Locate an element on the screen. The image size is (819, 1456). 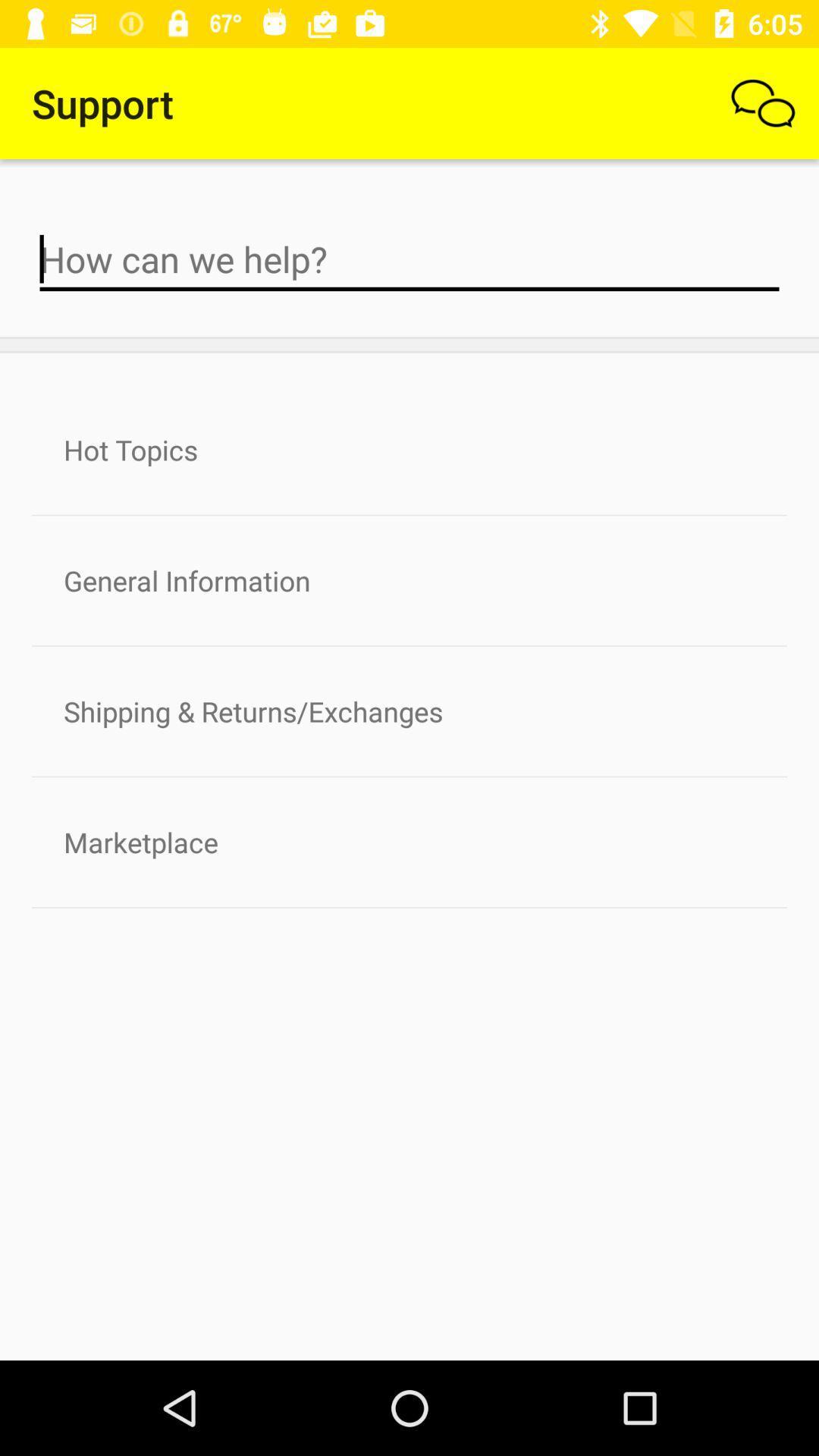
item below the hot topics icon is located at coordinates (409, 579).